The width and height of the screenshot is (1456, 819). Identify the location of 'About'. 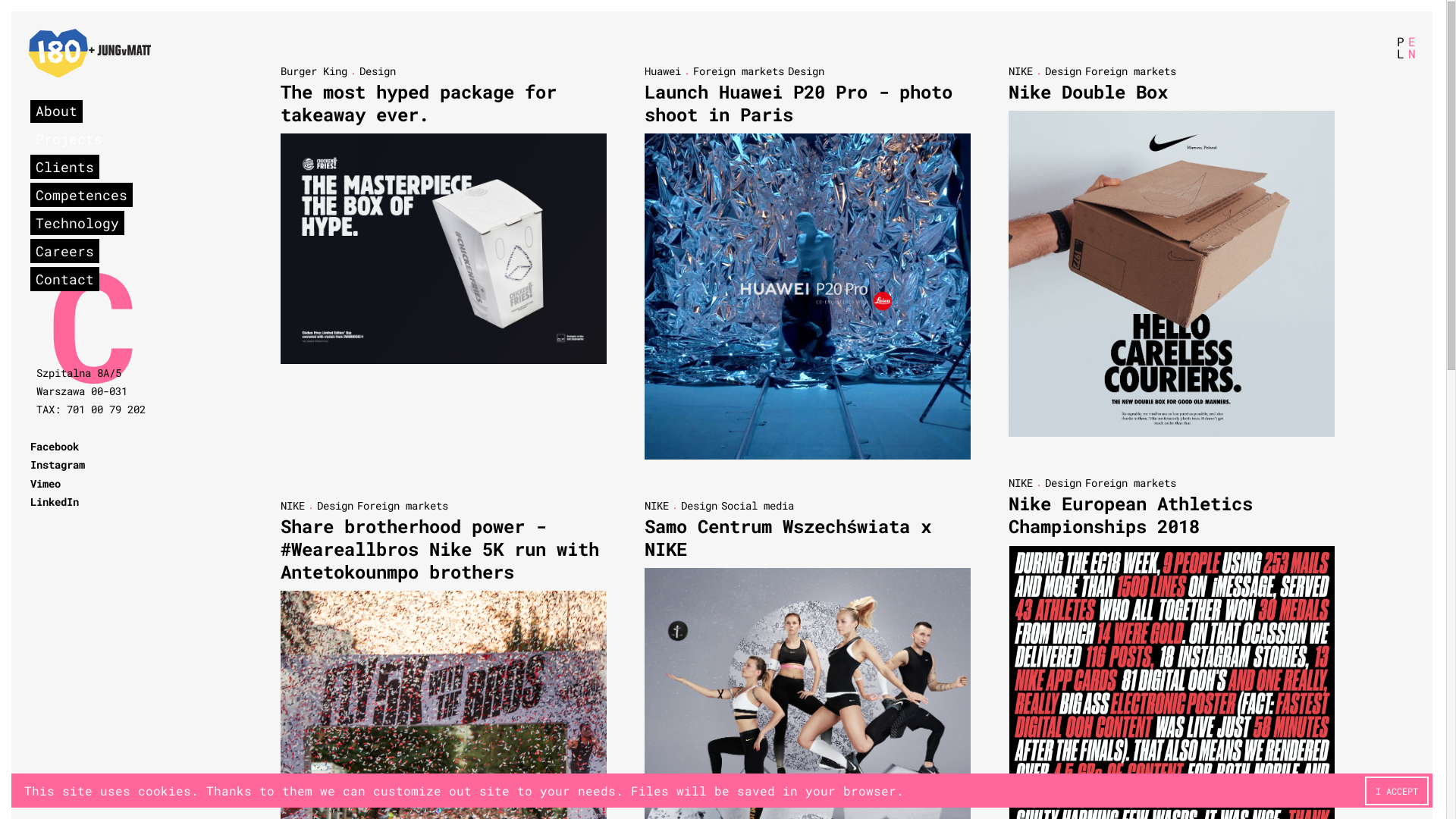
(56, 111).